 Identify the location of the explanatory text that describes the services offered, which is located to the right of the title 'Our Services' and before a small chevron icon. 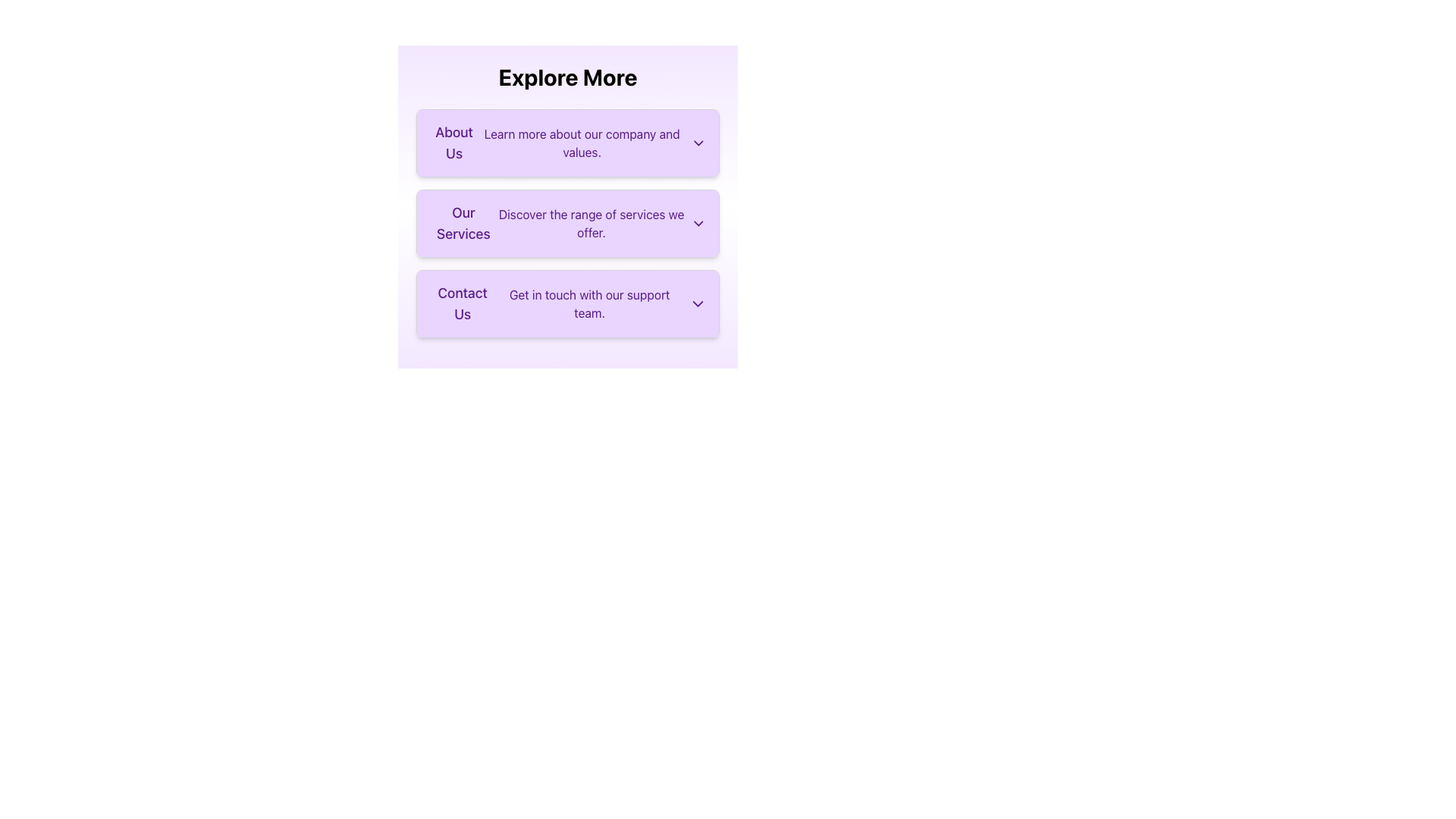
(591, 223).